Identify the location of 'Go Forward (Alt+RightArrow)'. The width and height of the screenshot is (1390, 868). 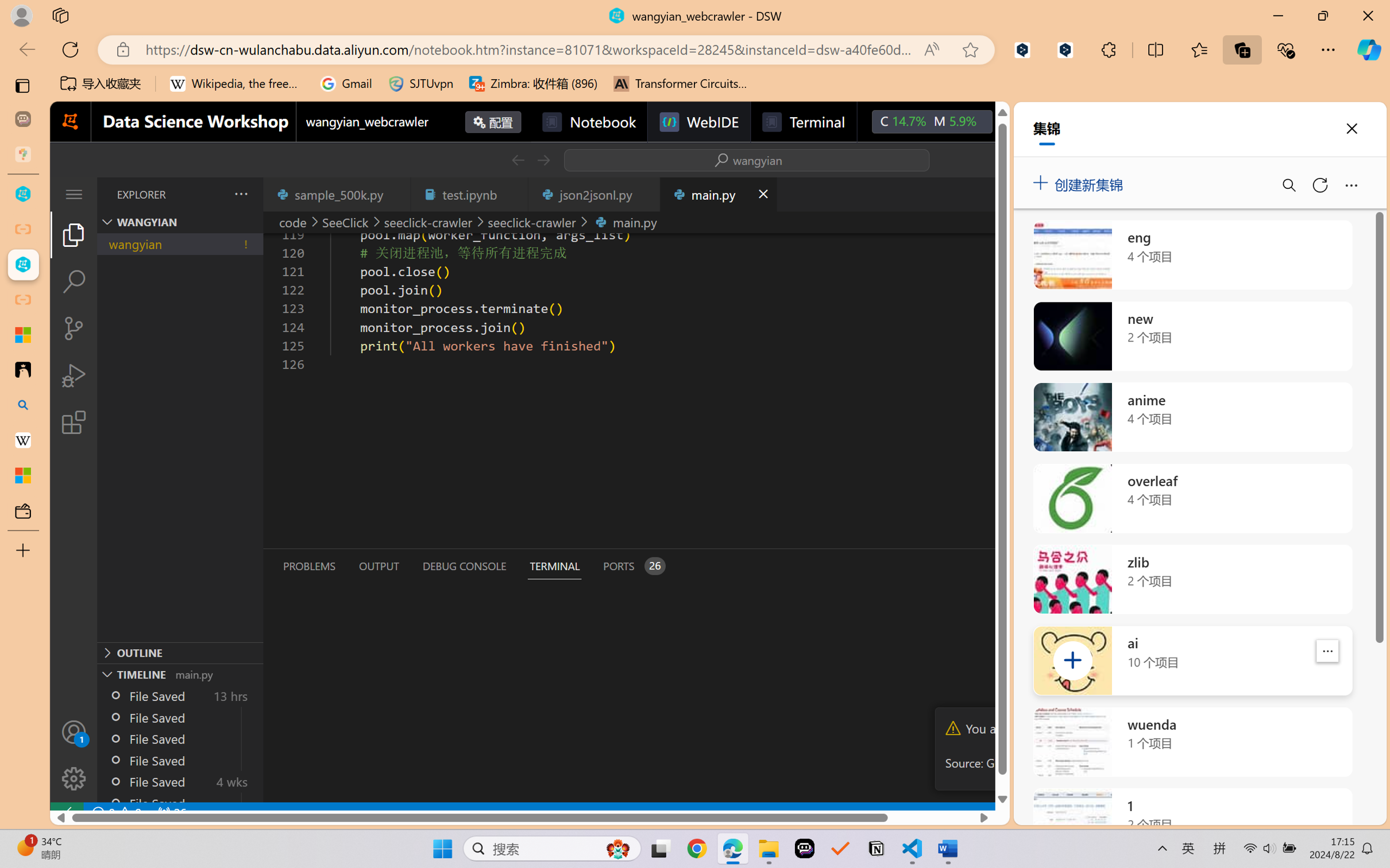
(542, 160).